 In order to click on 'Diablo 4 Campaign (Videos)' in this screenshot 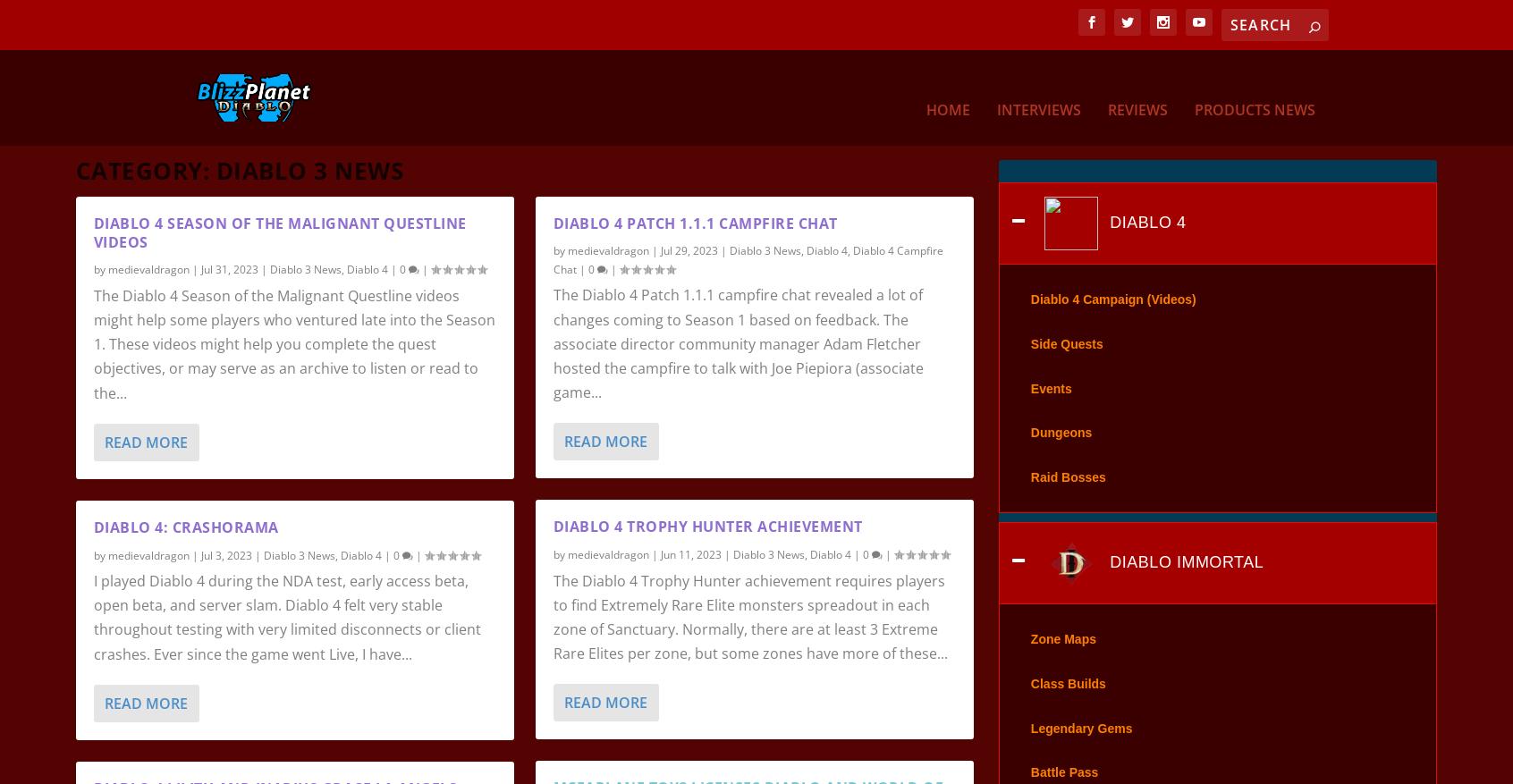, I will do `click(1112, 324)`.